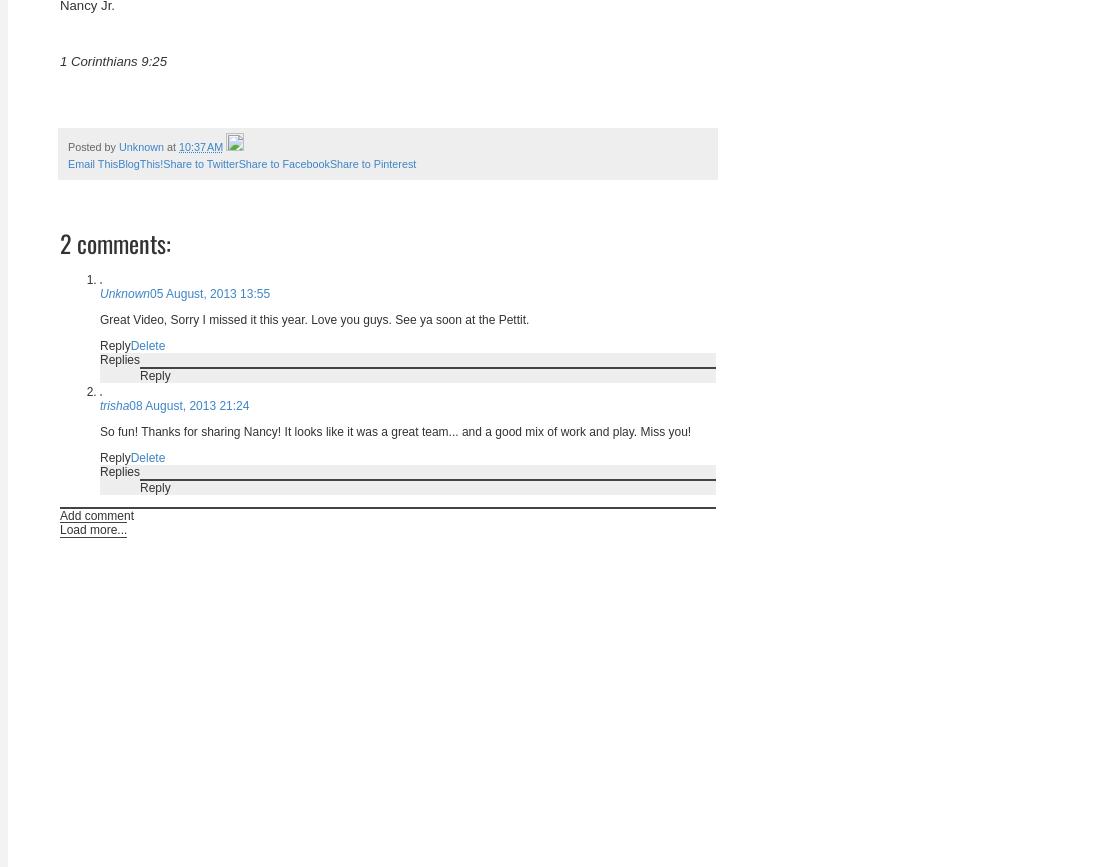 The width and height of the screenshot is (1108, 867). Describe the element at coordinates (171, 147) in the screenshot. I see `'at'` at that location.